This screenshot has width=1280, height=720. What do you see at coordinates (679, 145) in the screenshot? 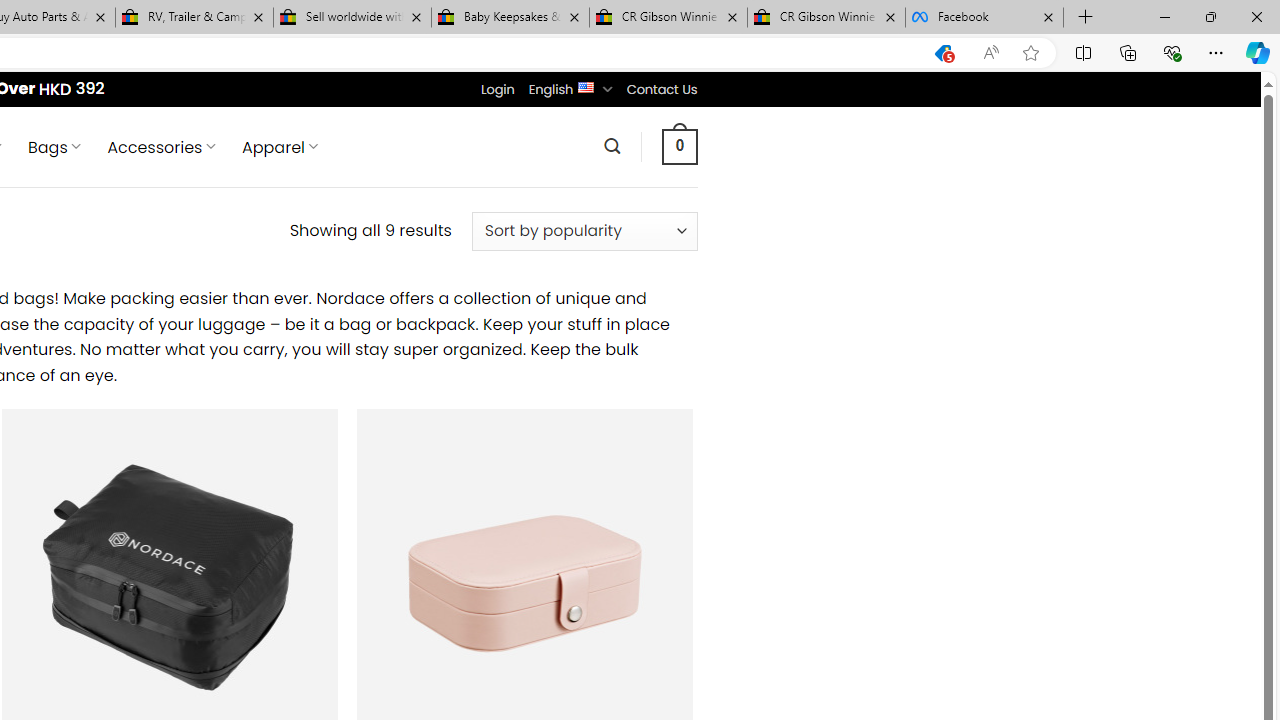
I see `' 0 '` at bounding box center [679, 145].